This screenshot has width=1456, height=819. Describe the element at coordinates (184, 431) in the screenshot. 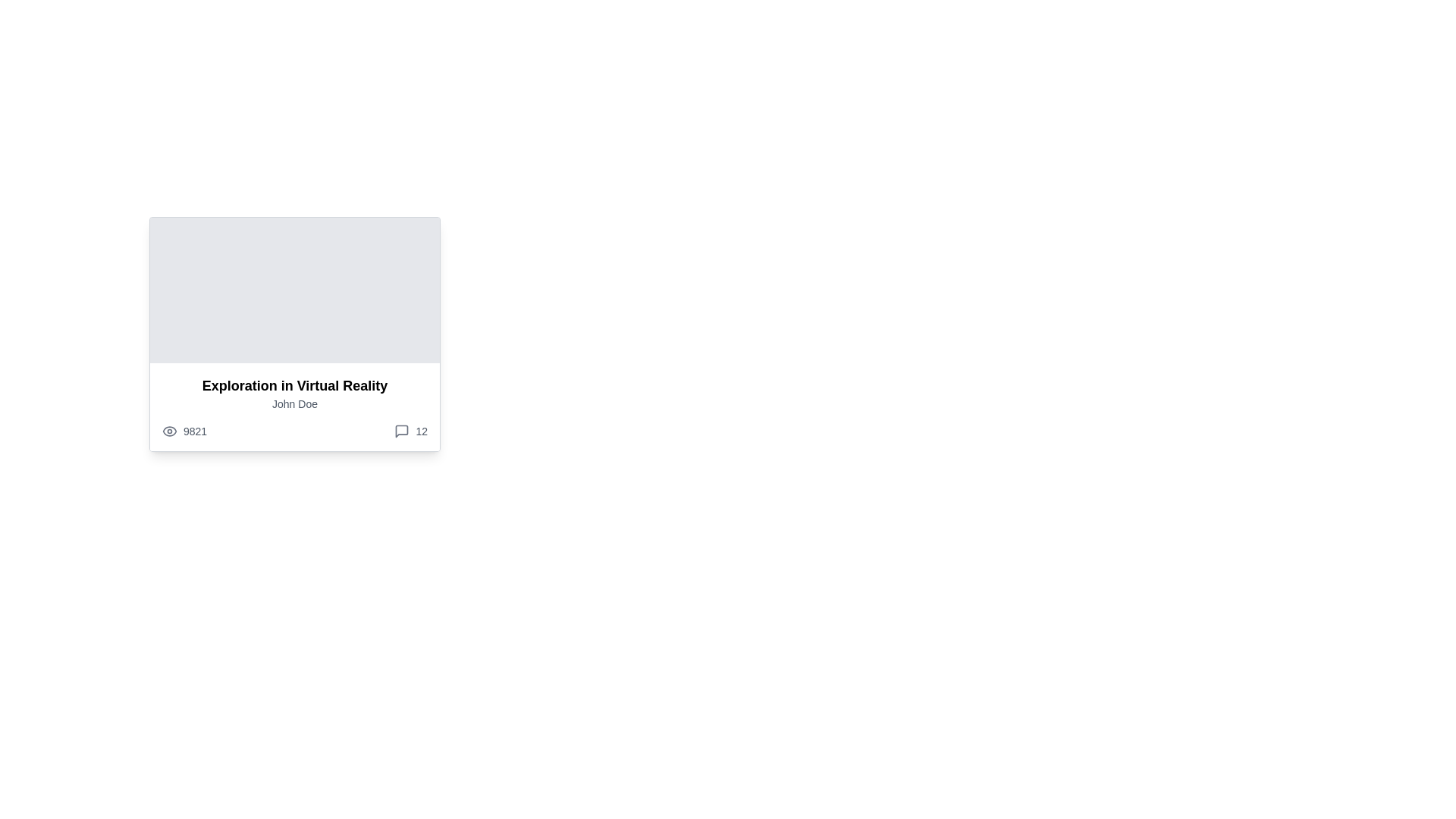

I see `the text display showing the number '9821' in small gray font, located to the right of the eye icon in the card's footer` at that location.